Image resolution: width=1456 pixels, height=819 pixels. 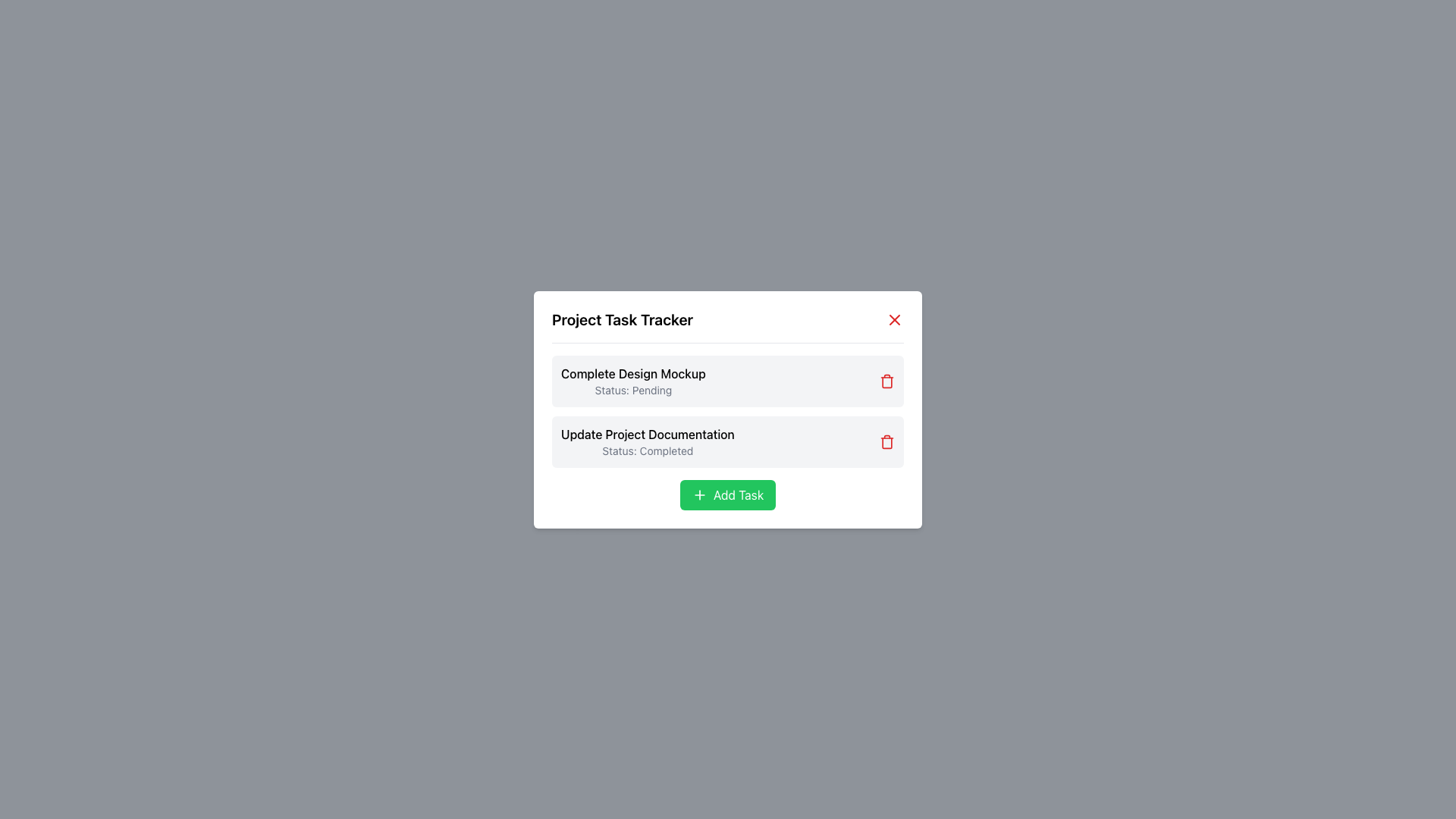 I want to click on the Close button icon located at the top-right corner of the 'Project Task Tracker' modal, so click(x=895, y=318).